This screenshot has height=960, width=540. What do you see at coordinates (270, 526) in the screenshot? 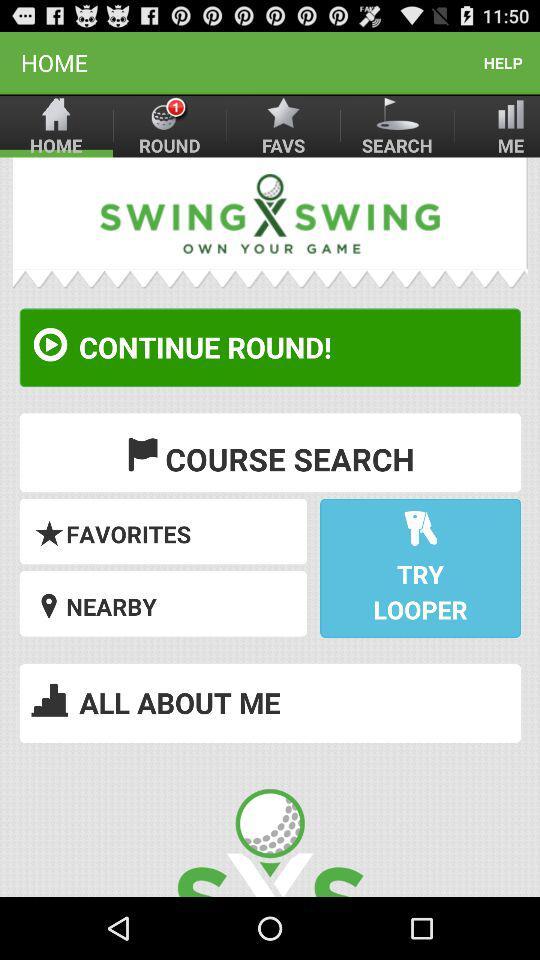
I see `list option` at bounding box center [270, 526].